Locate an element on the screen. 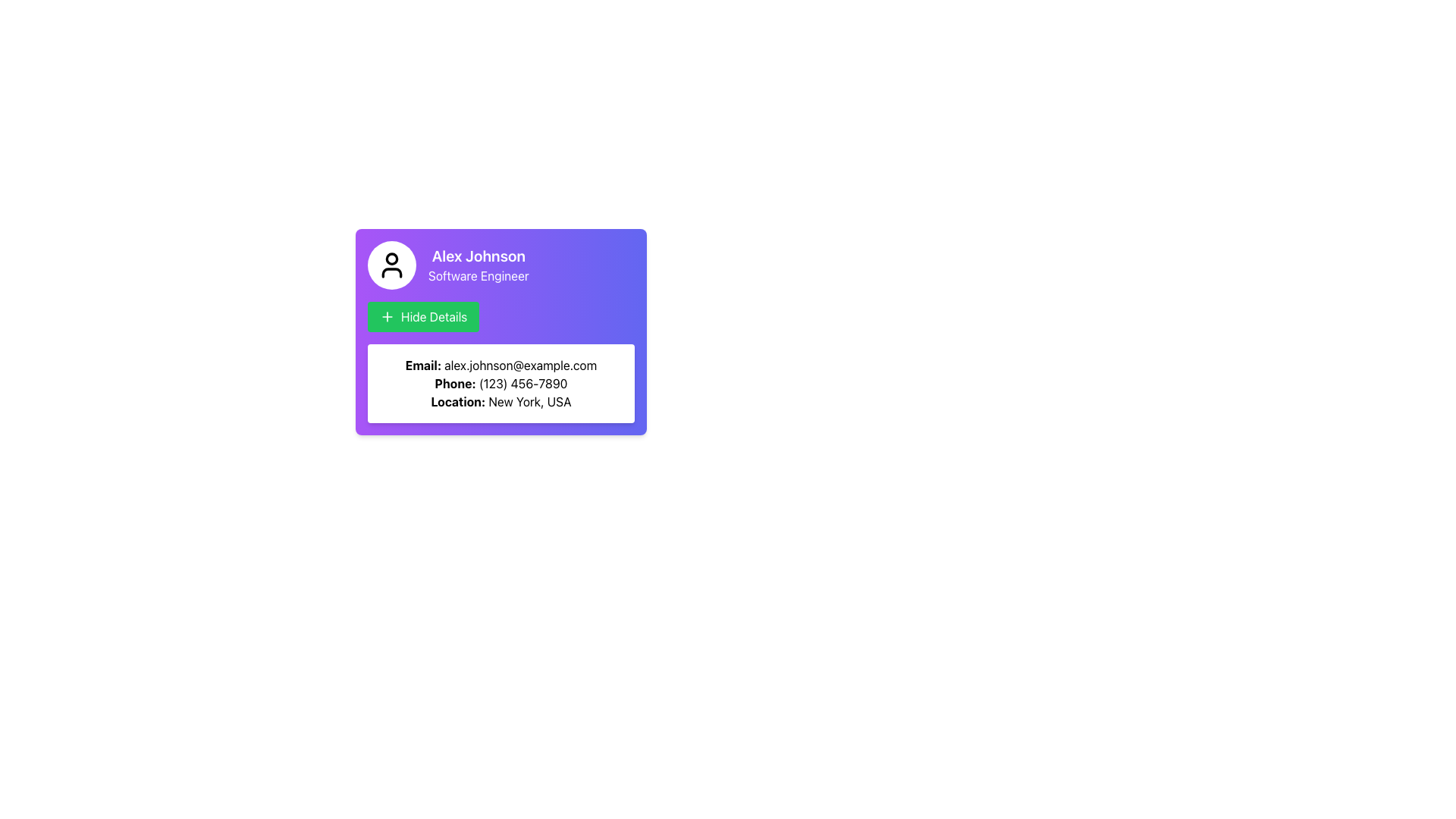 The width and height of the screenshot is (1456, 819). the upper circular component of the user profile icon, which represents a simplified human face within the avatar on the left side of the highlighted card is located at coordinates (392, 258).